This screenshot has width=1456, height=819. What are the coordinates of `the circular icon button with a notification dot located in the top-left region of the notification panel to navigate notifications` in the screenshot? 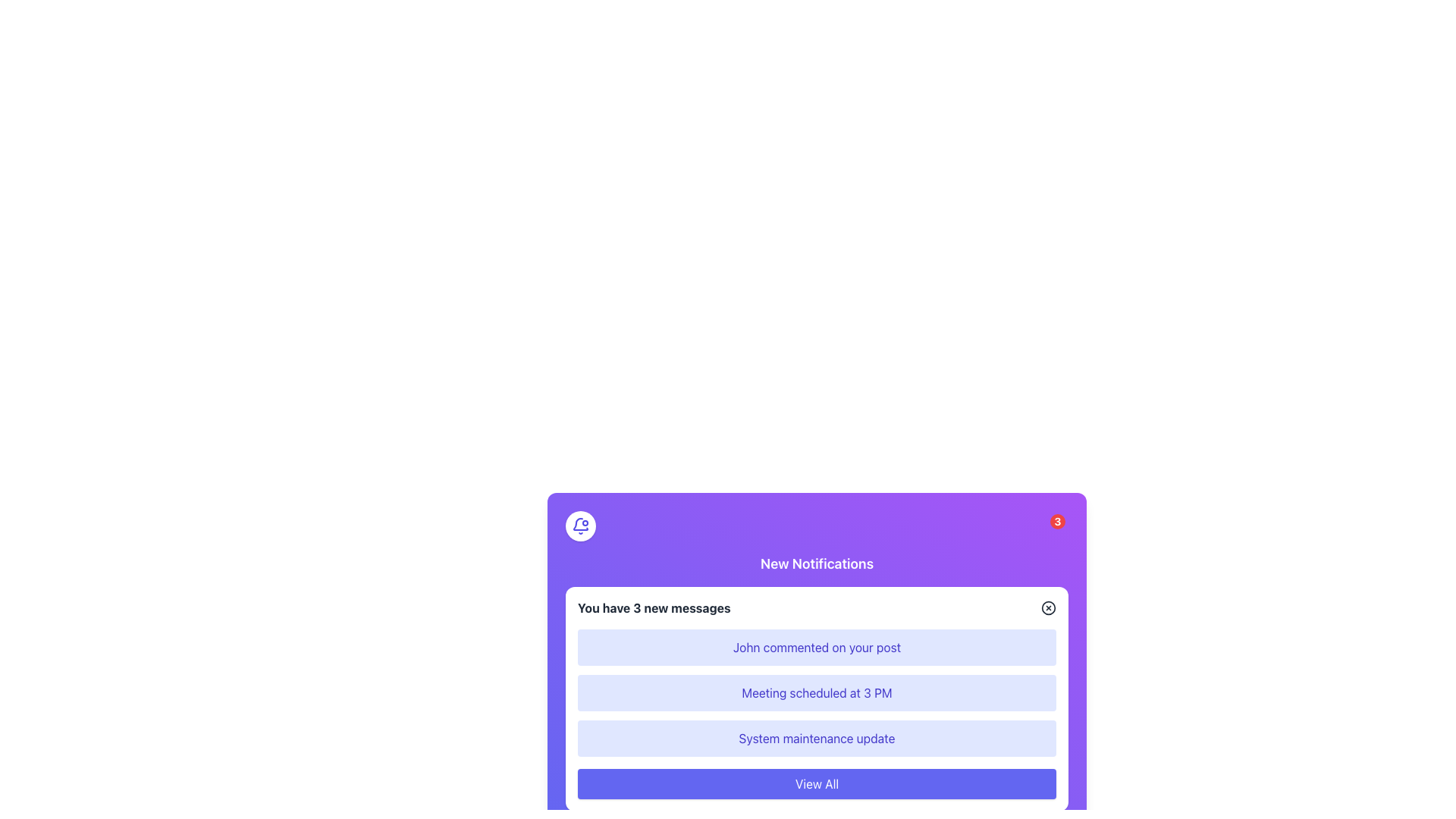 It's located at (580, 526).